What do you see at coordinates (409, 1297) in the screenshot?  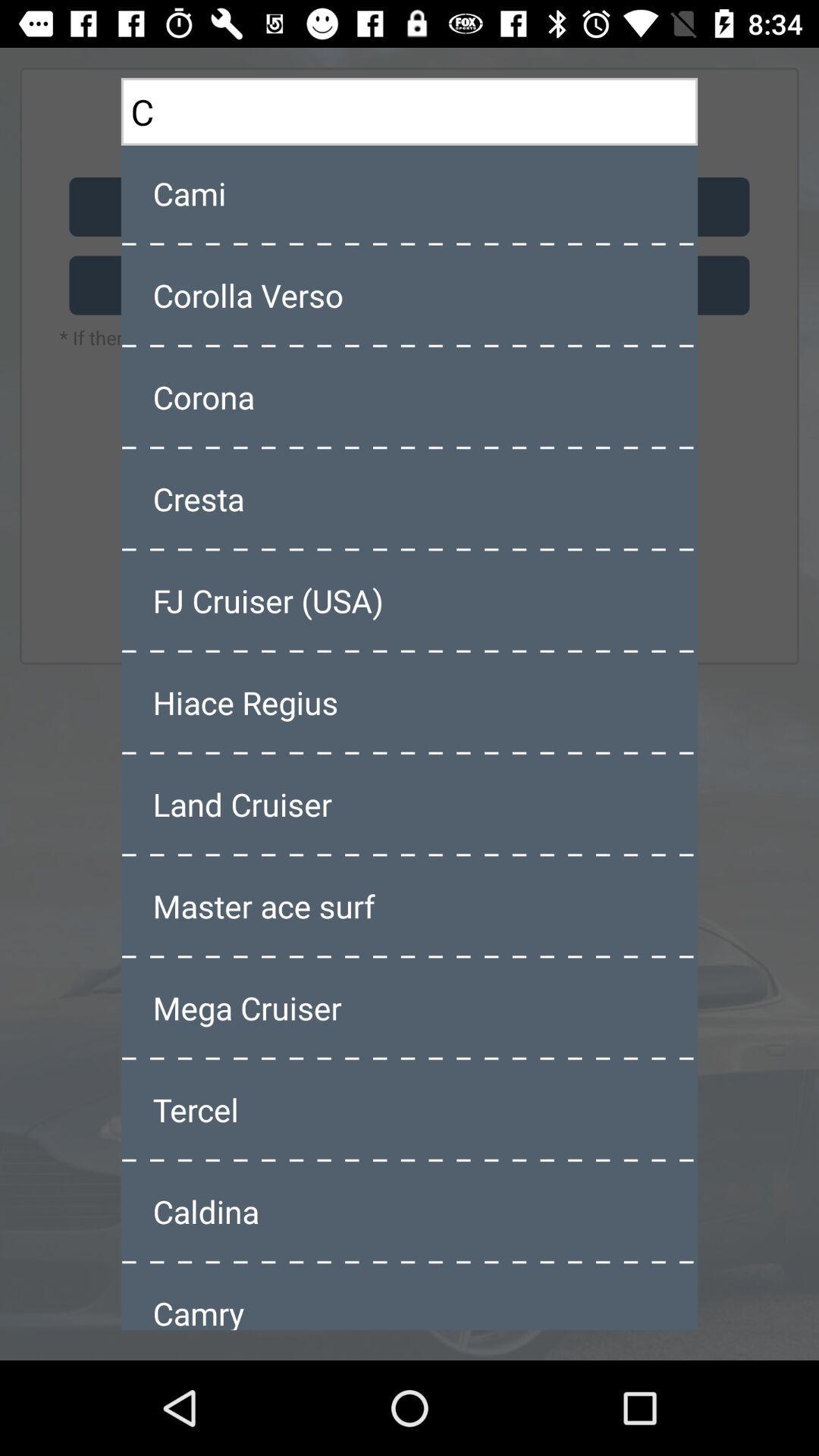 I see `camry` at bounding box center [409, 1297].